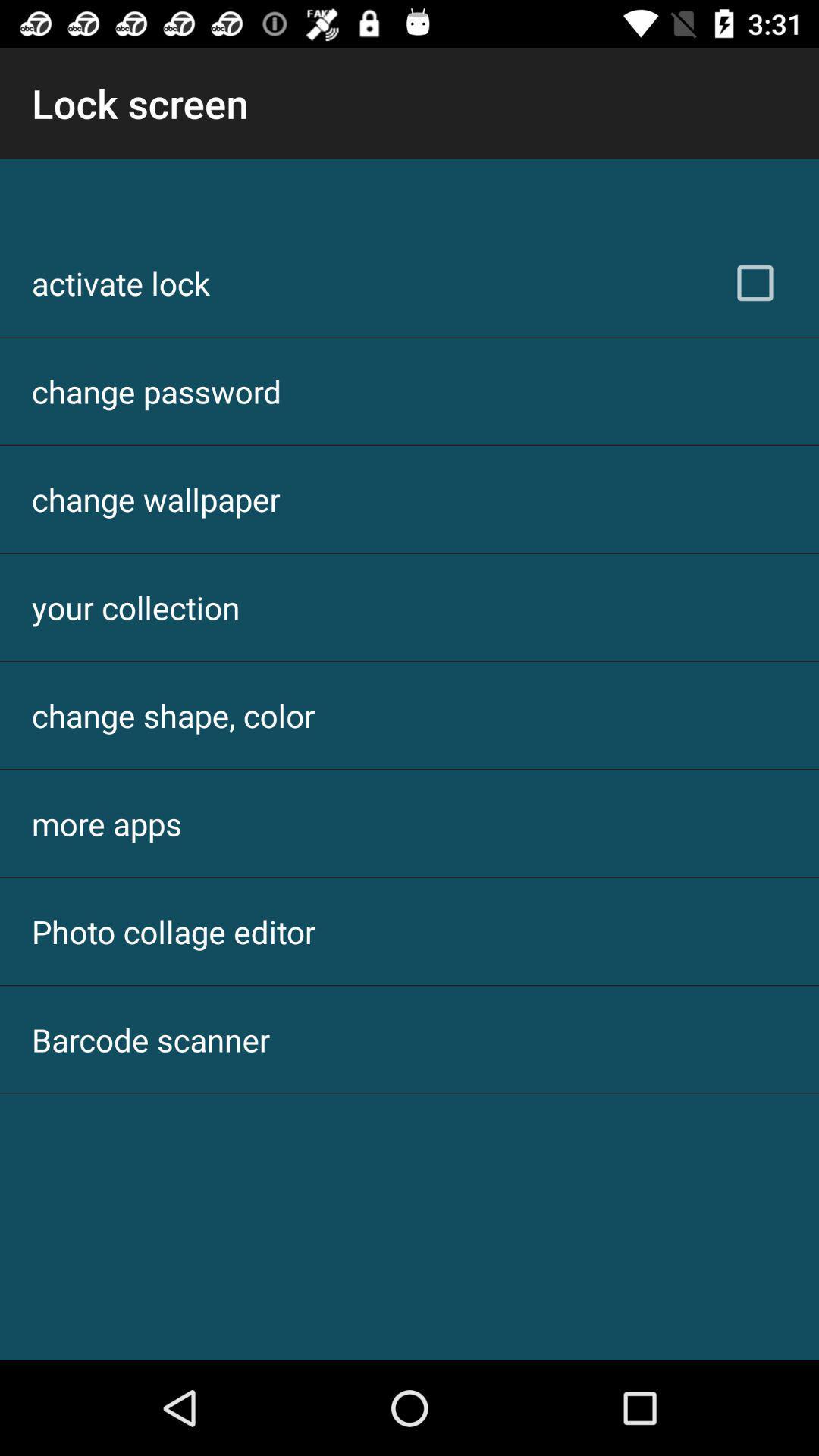 The width and height of the screenshot is (819, 1456). I want to click on app below the your collection, so click(172, 714).